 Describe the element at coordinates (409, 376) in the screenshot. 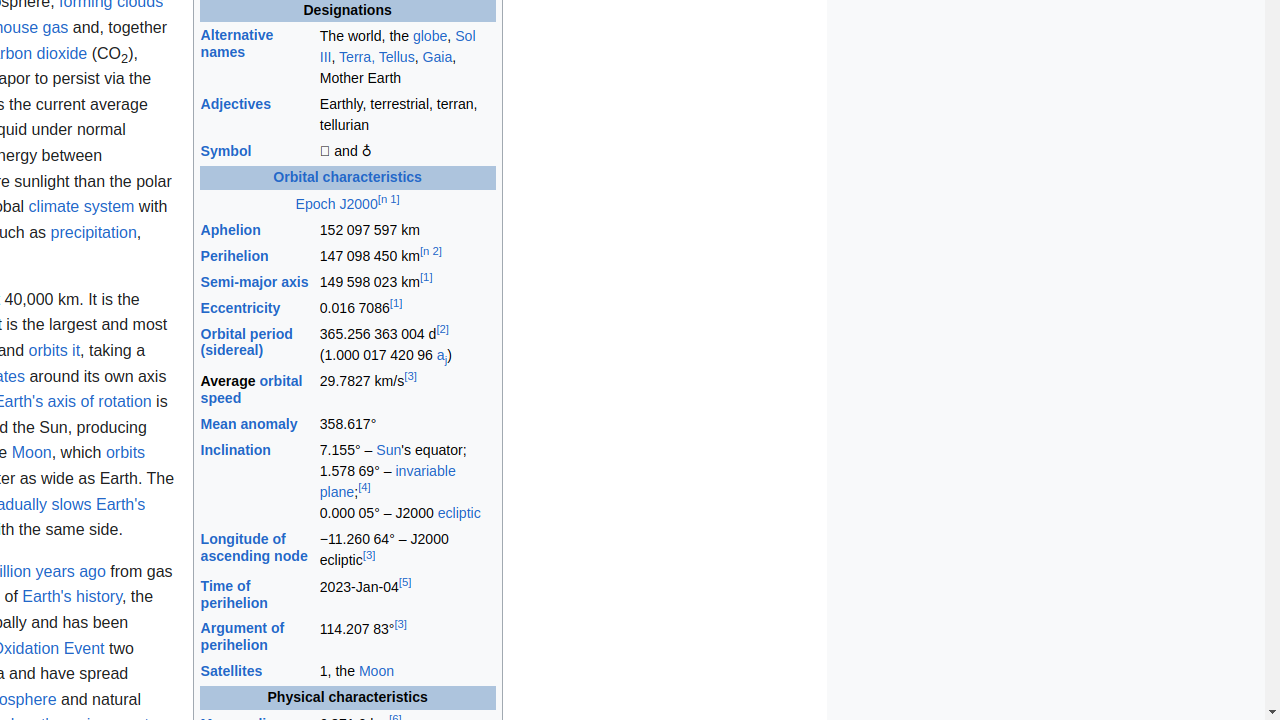

I see `'[3]'` at that location.